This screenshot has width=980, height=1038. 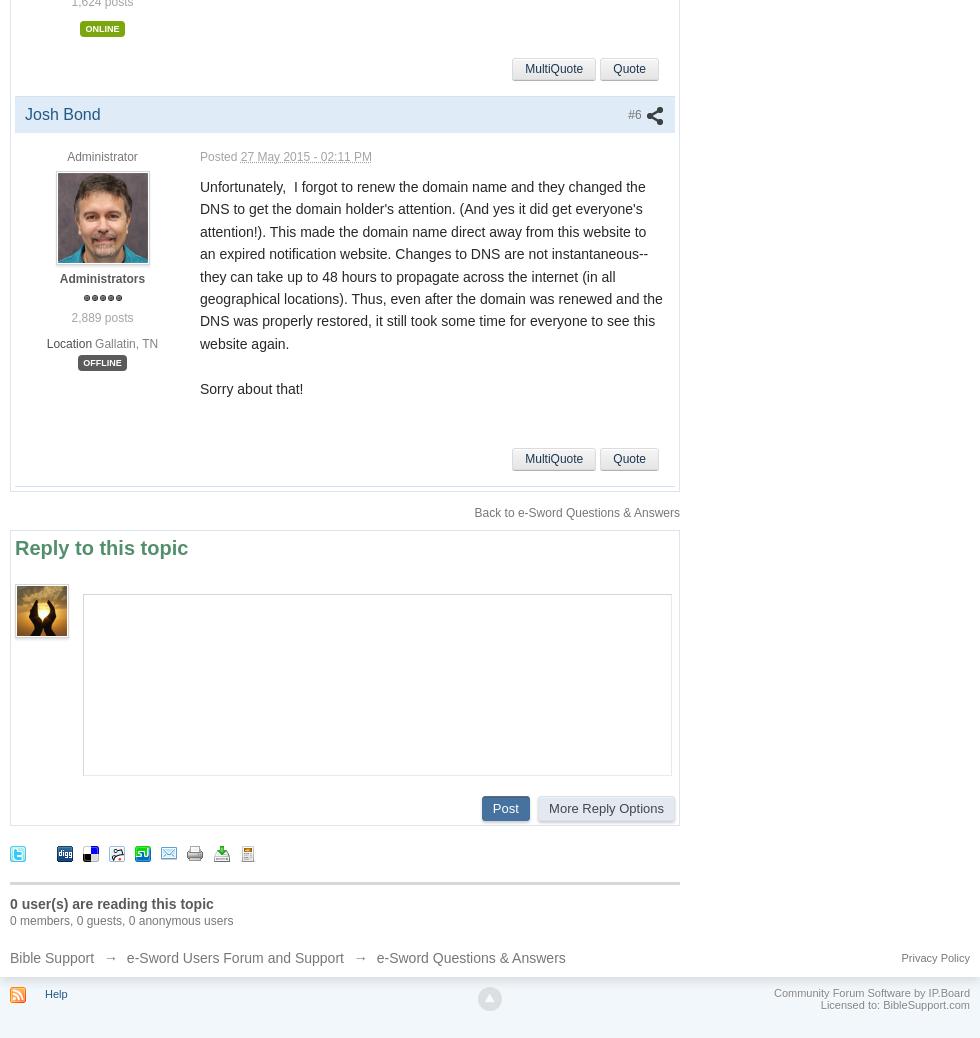 I want to click on 'Administrator', so click(x=102, y=156).